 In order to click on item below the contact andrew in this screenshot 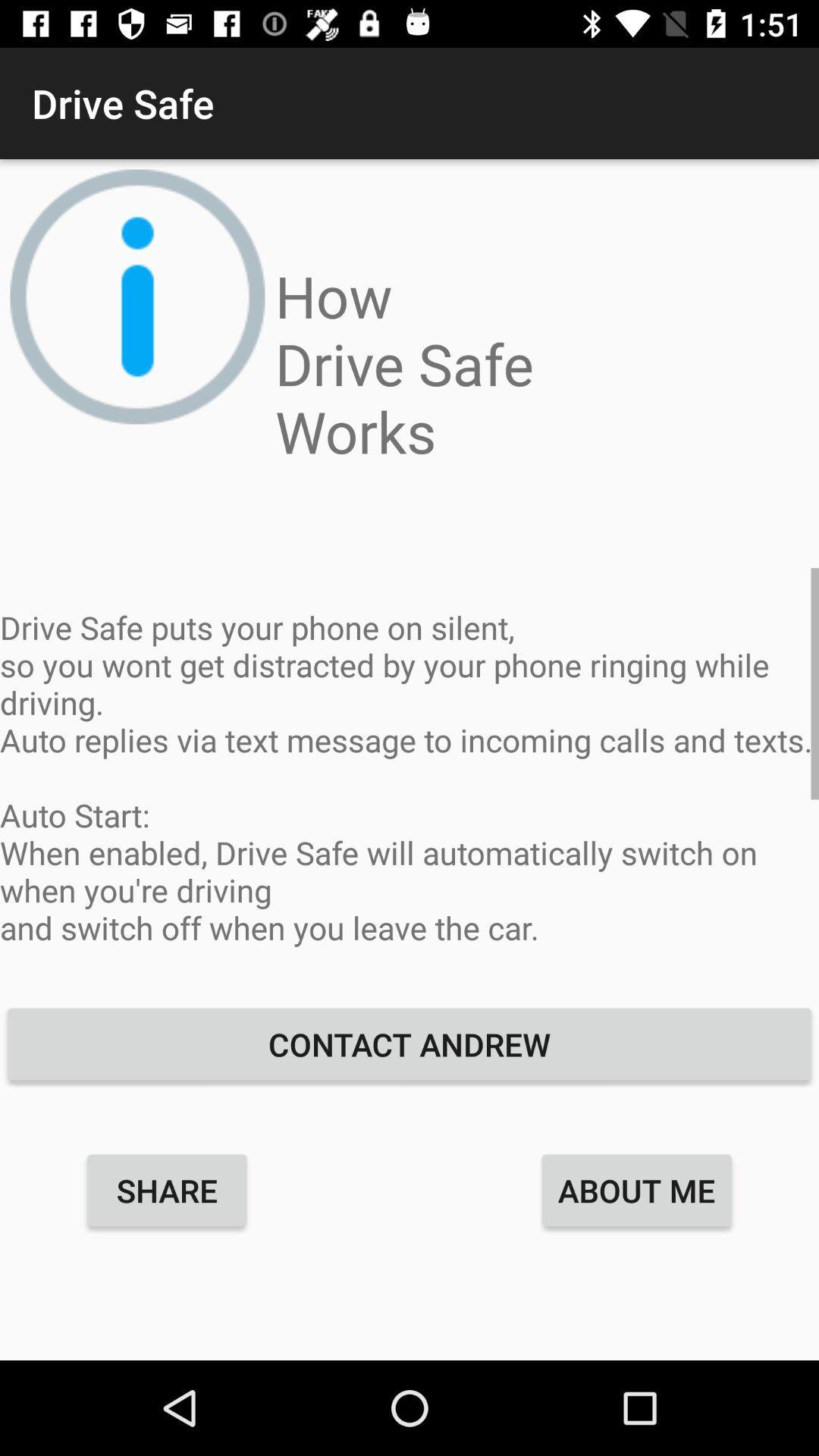, I will do `click(167, 1189)`.